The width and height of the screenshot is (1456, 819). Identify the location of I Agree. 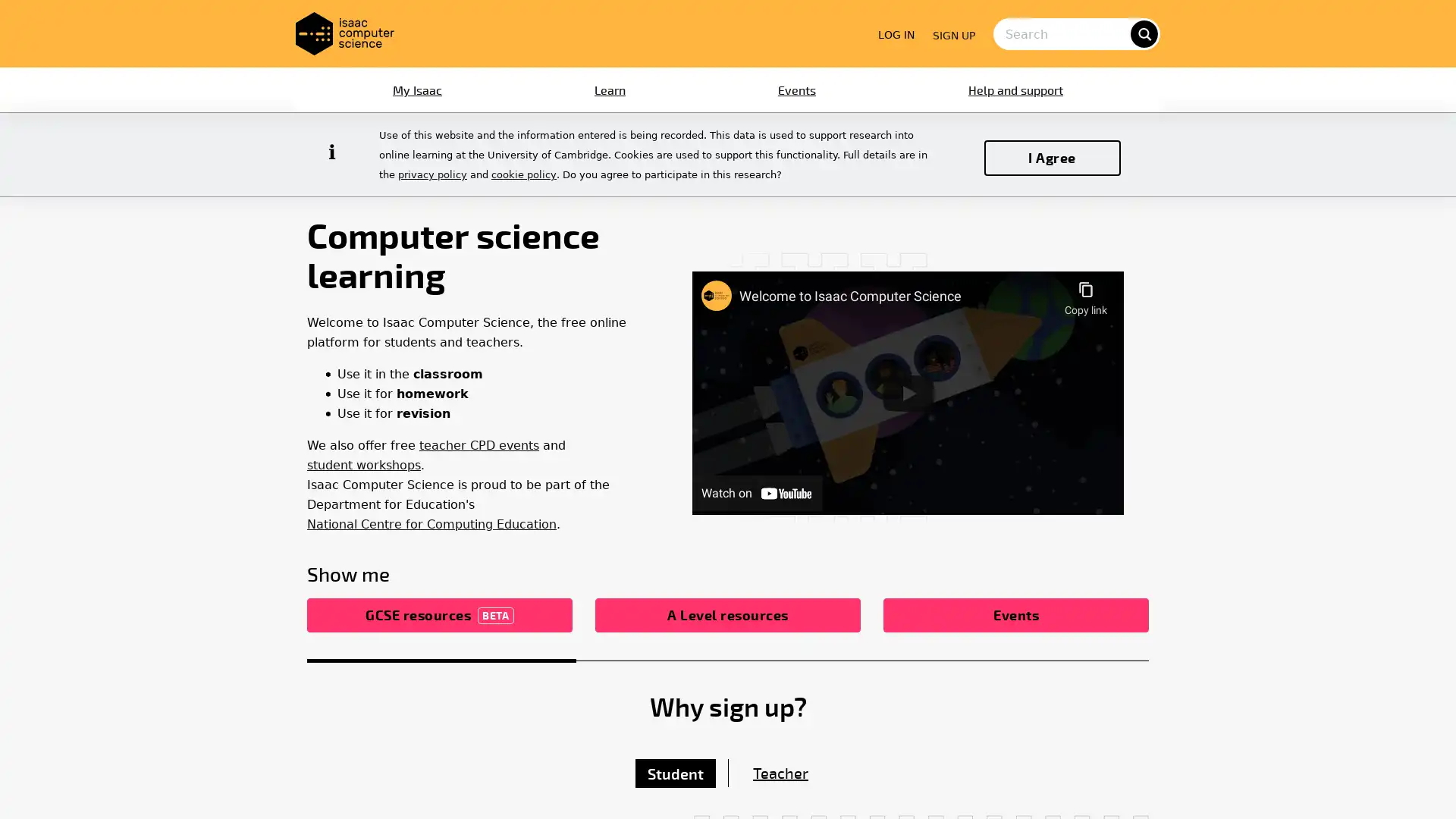
(1051, 157).